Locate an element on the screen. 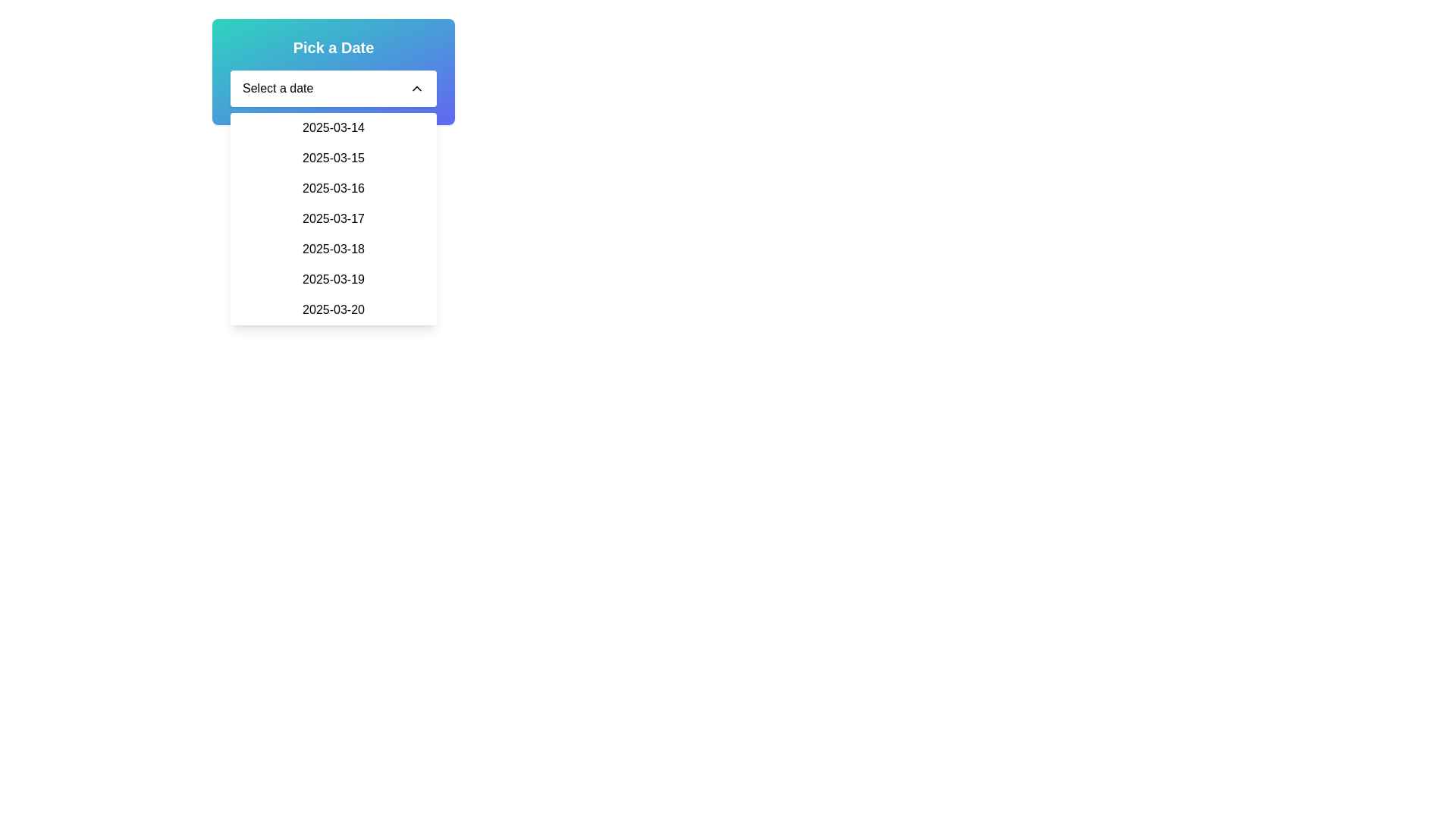 Image resolution: width=1456 pixels, height=819 pixels. the list item displaying the date '2025-03-19' is located at coordinates (333, 280).